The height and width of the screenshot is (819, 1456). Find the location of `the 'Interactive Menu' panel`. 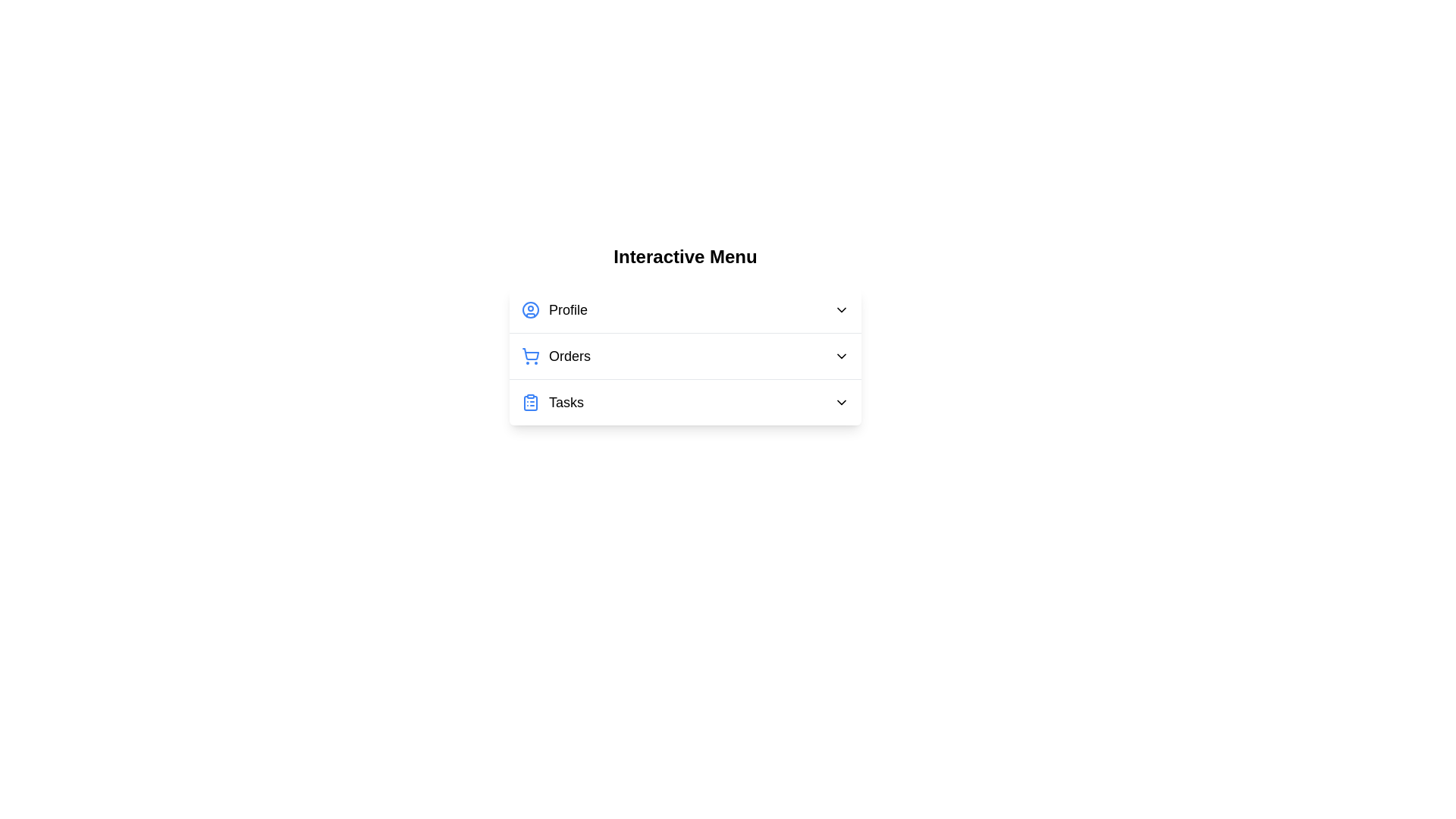

the 'Interactive Menu' panel is located at coordinates (684, 334).